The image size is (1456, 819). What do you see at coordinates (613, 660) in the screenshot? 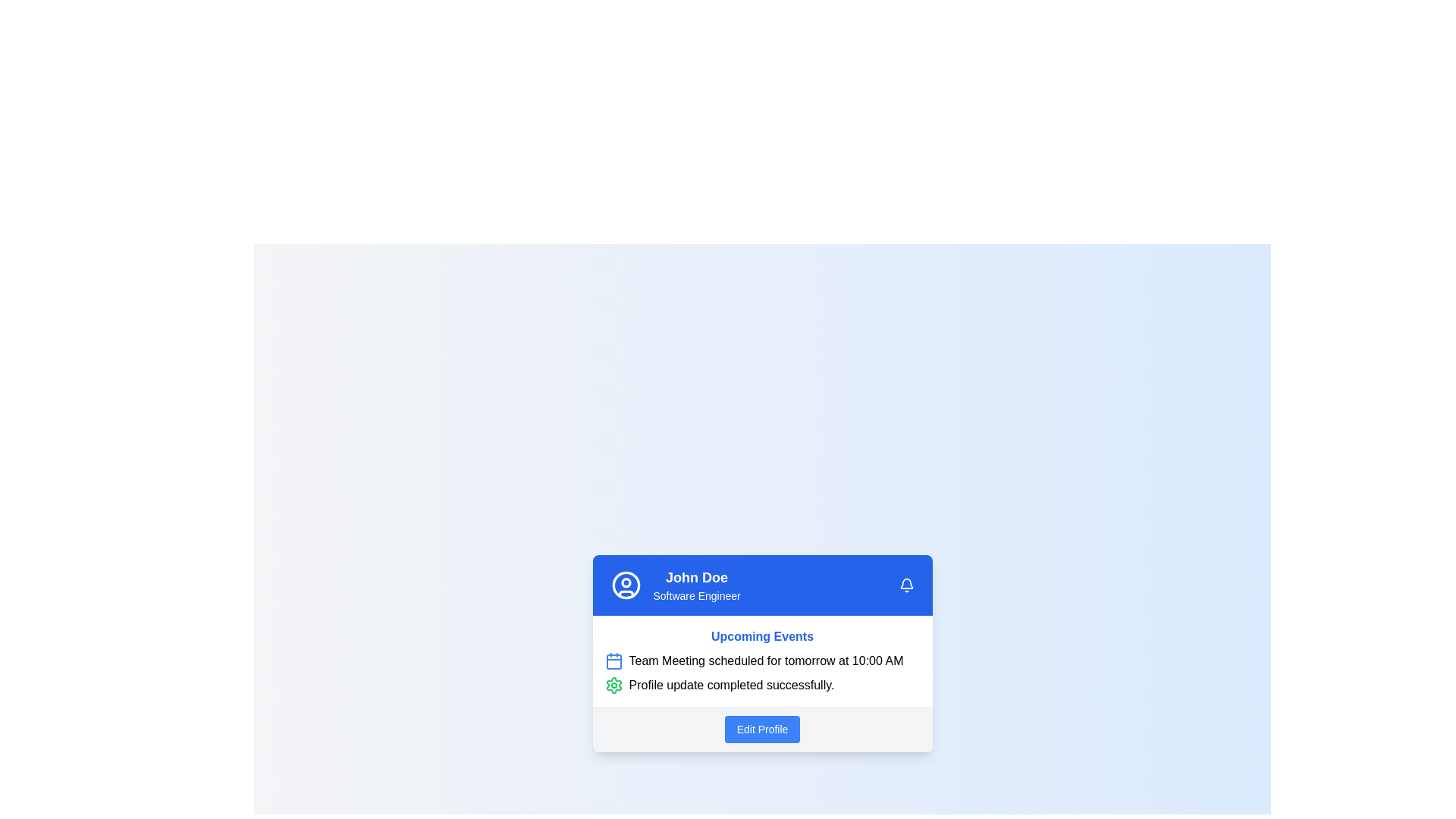
I see `the calendar icon that represents event information for the 'Team Meeting scheduled for tomorrow at 10:00 AM' text, located on the leftmost side of the text` at bounding box center [613, 660].